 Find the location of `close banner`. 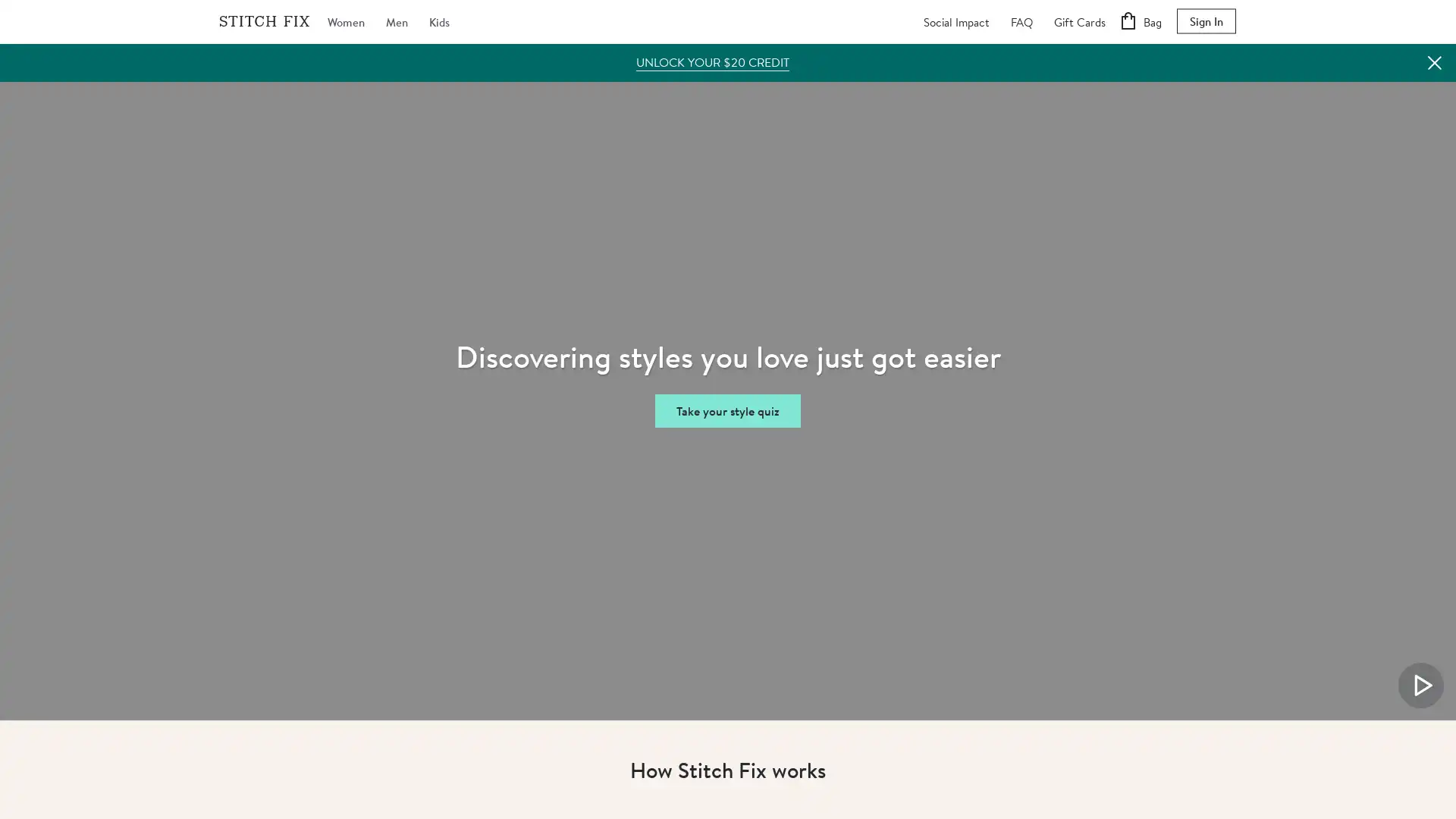

close banner is located at coordinates (1433, 61).